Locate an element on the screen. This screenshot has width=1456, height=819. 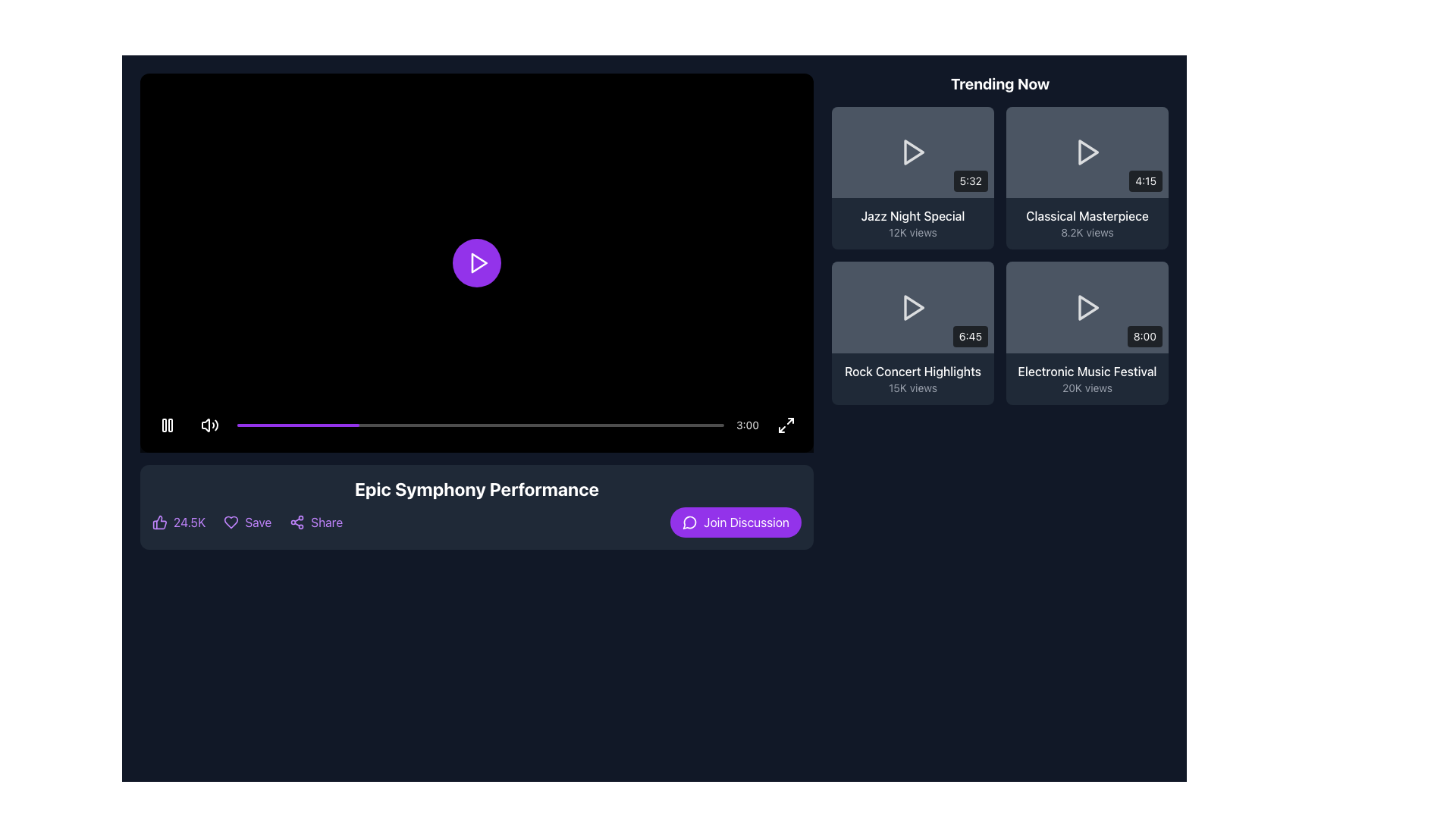
the informational text label displaying the number of views for the video titled 'Rock Concert Highlights', located below the title within the third card of the 'Trending Now' section is located at coordinates (912, 386).